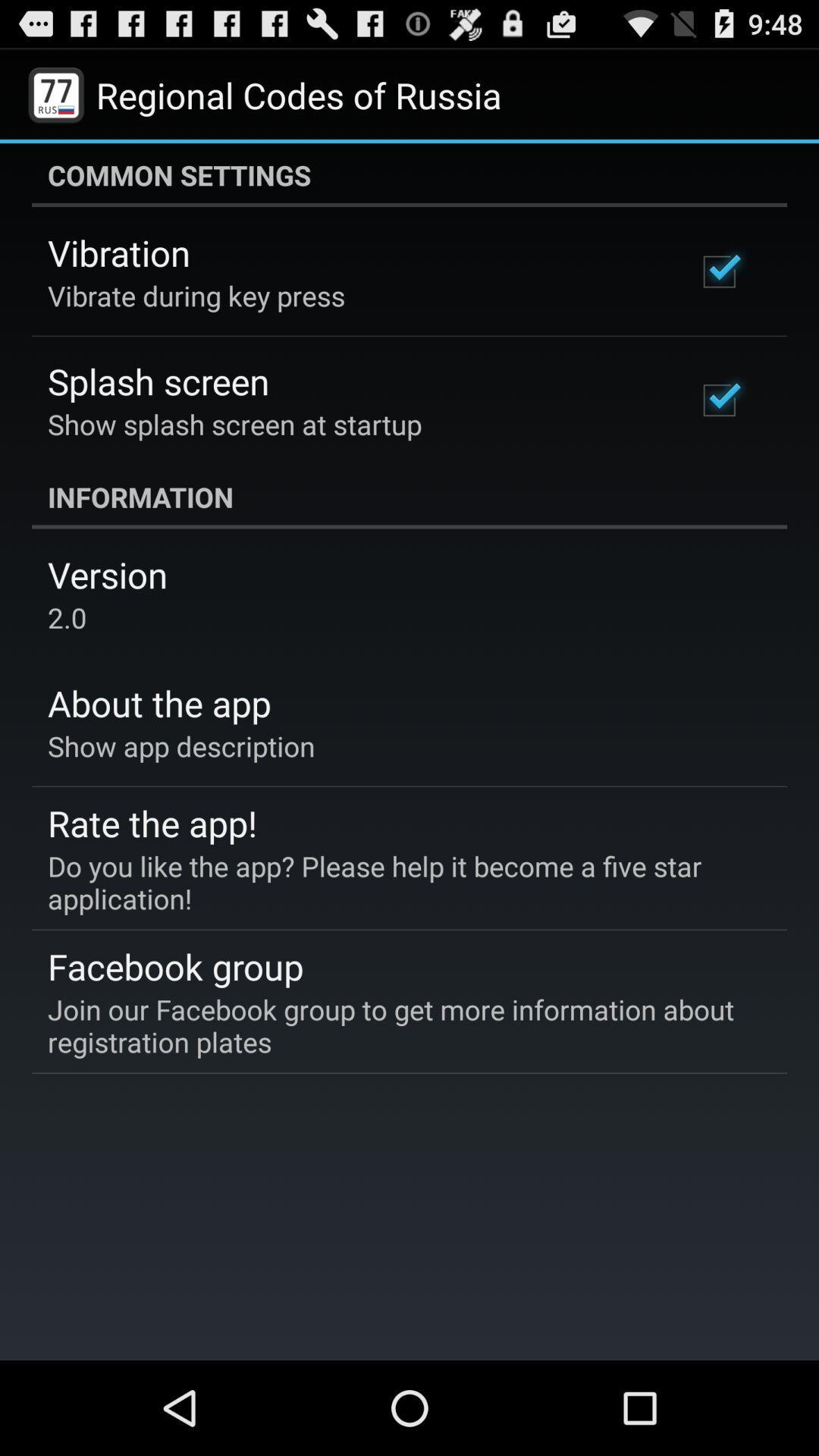 This screenshot has width=819, height=1456. I want to click on the common settings item, so click(409, 174).